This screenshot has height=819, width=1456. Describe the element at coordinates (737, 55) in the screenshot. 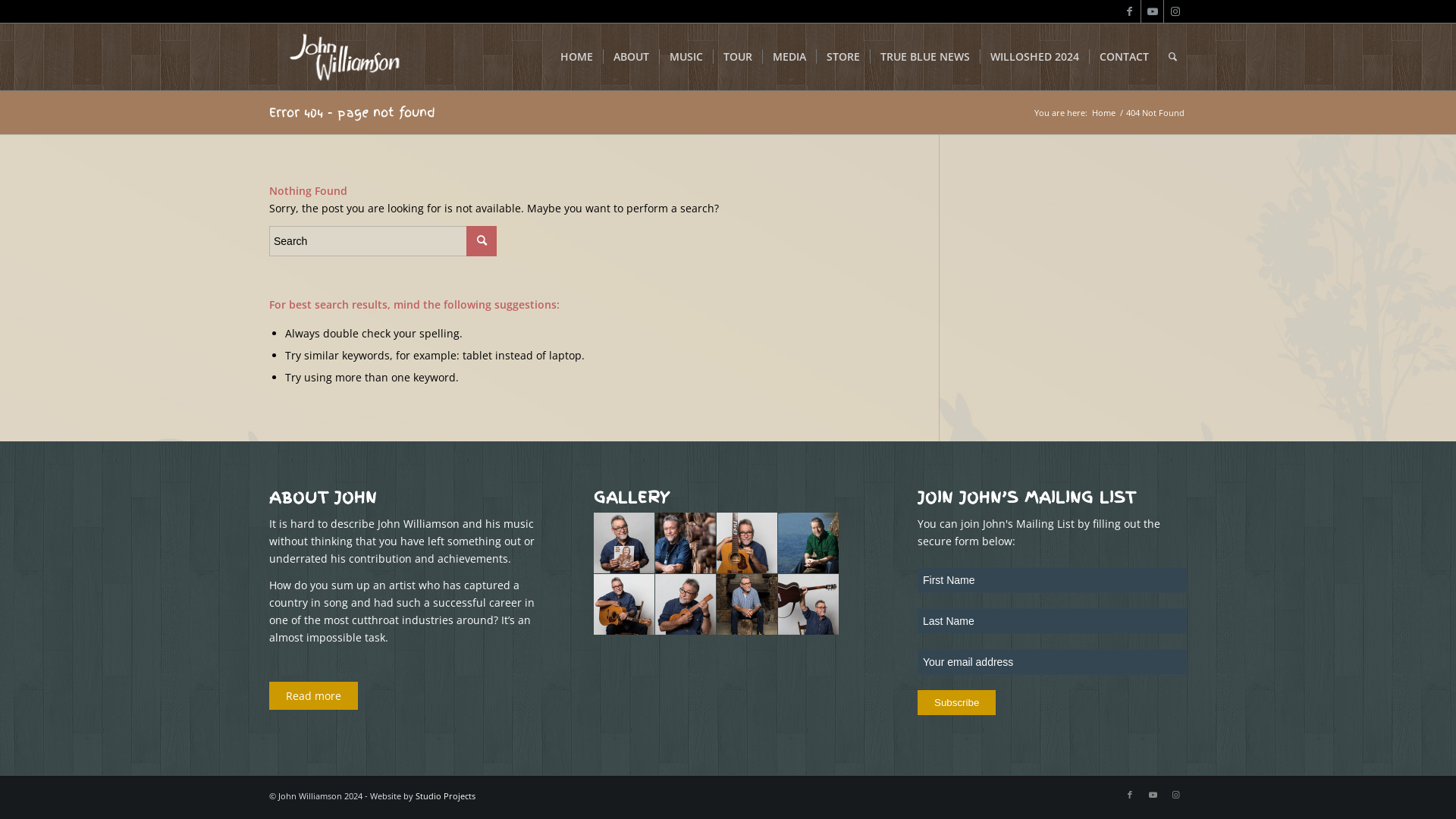

I see `'TOUR'` at that location.